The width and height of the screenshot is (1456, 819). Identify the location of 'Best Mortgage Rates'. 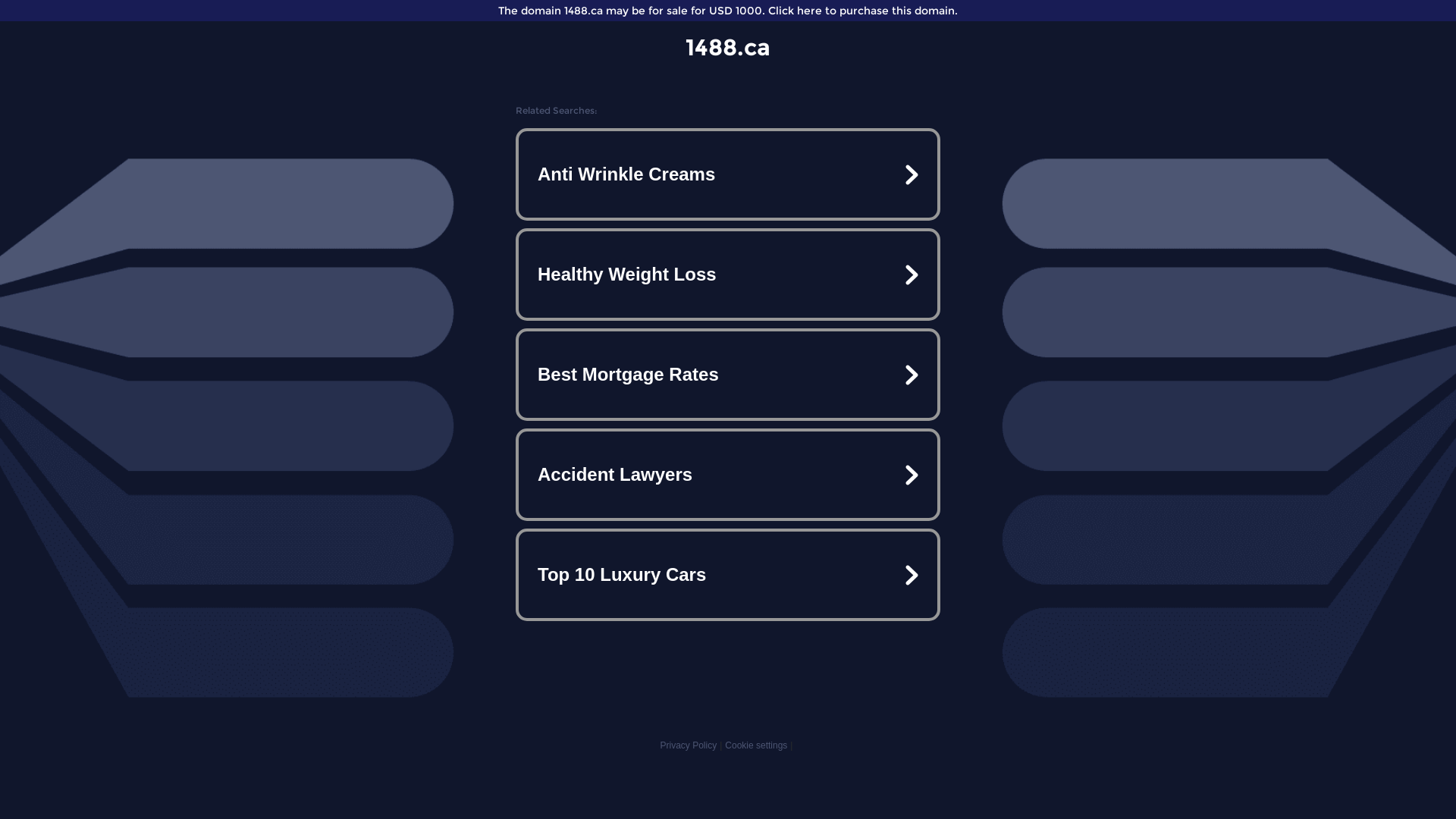
(728, 374).